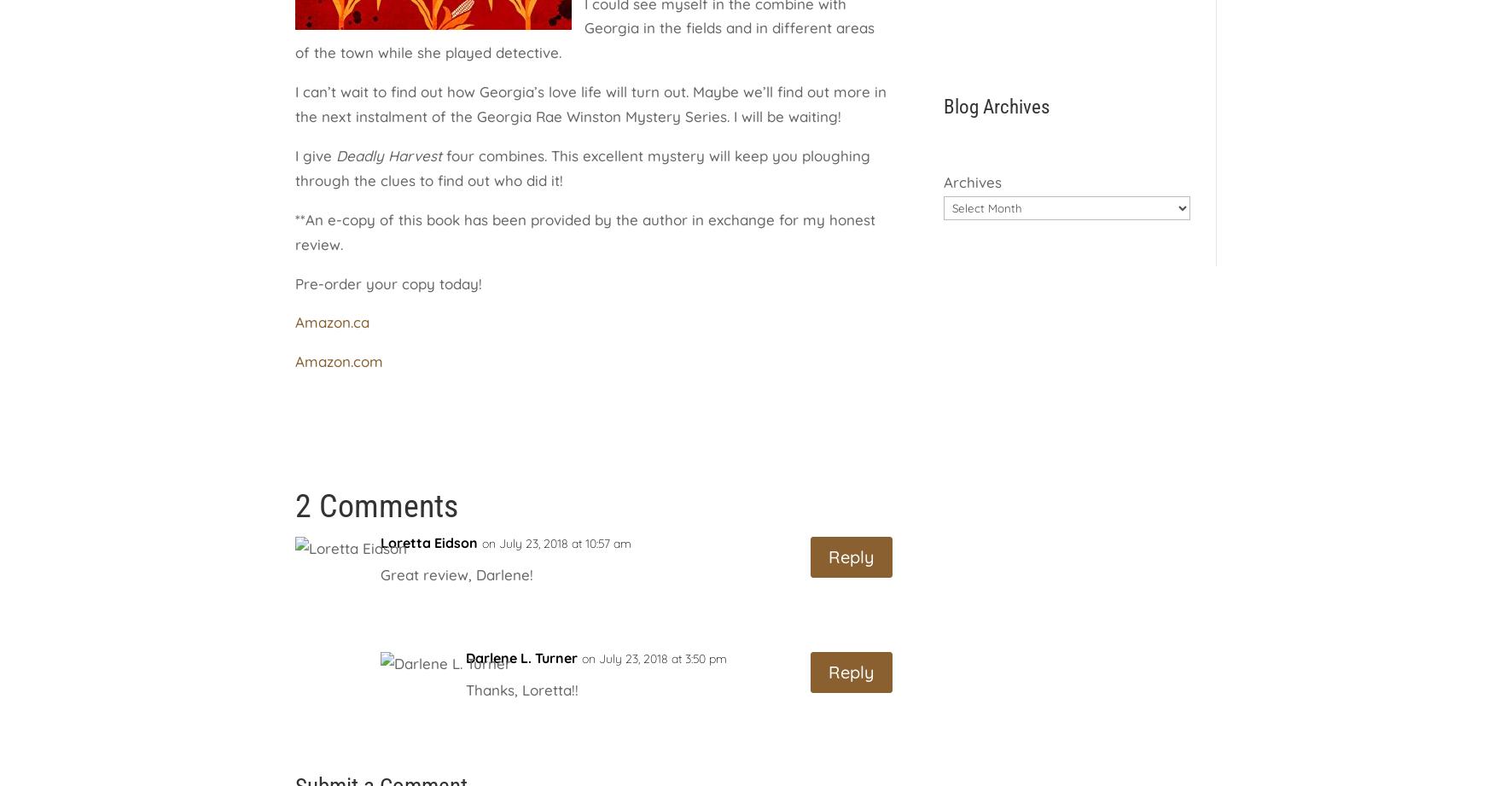 This screenshot has width=1512, height=786. What do you see at coordinates (428, 543) in the screenshot?
I see `'Loretta Eidson'` at bounding box center [428, 543].